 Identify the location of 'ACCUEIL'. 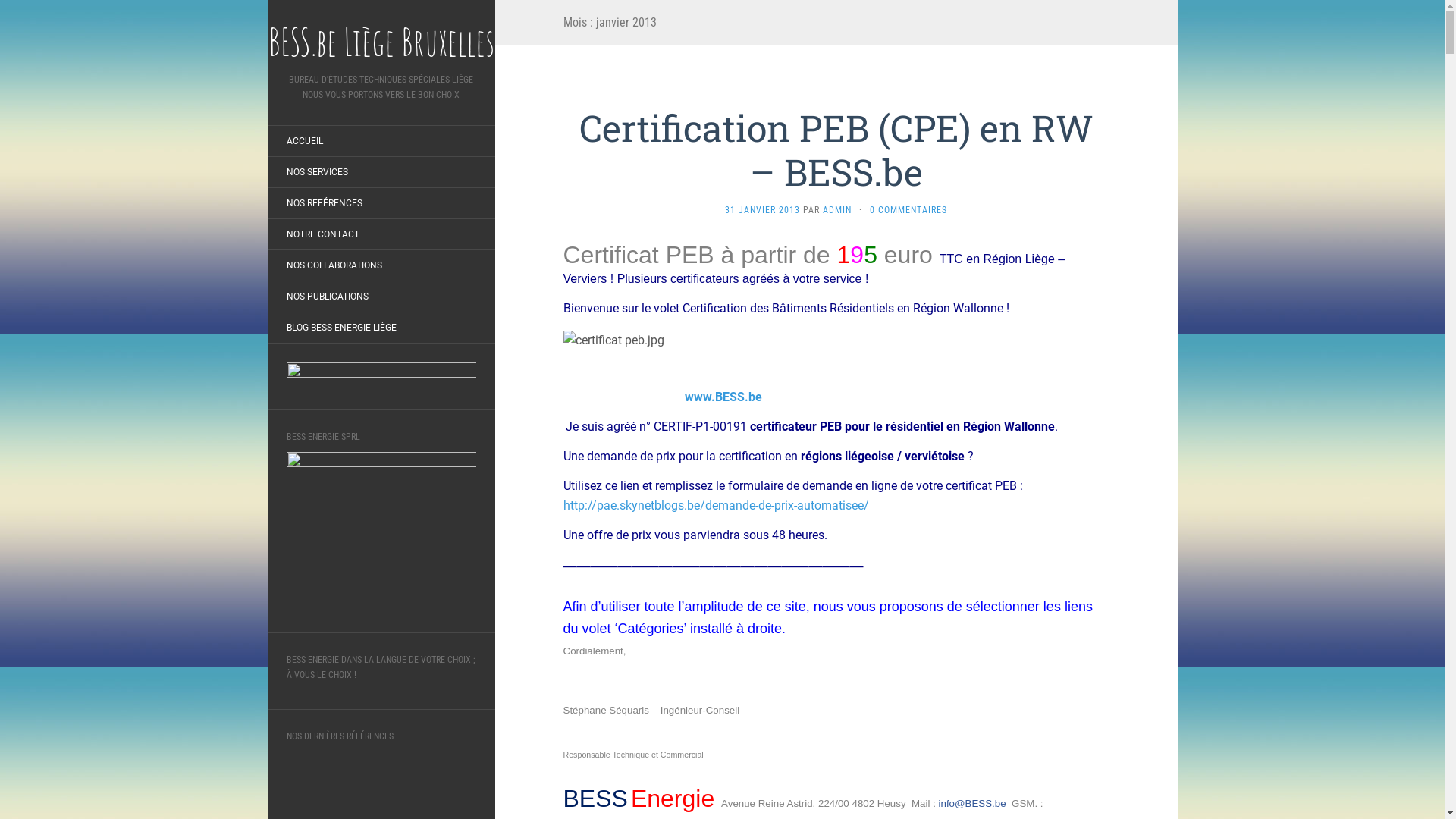
(303, 140).